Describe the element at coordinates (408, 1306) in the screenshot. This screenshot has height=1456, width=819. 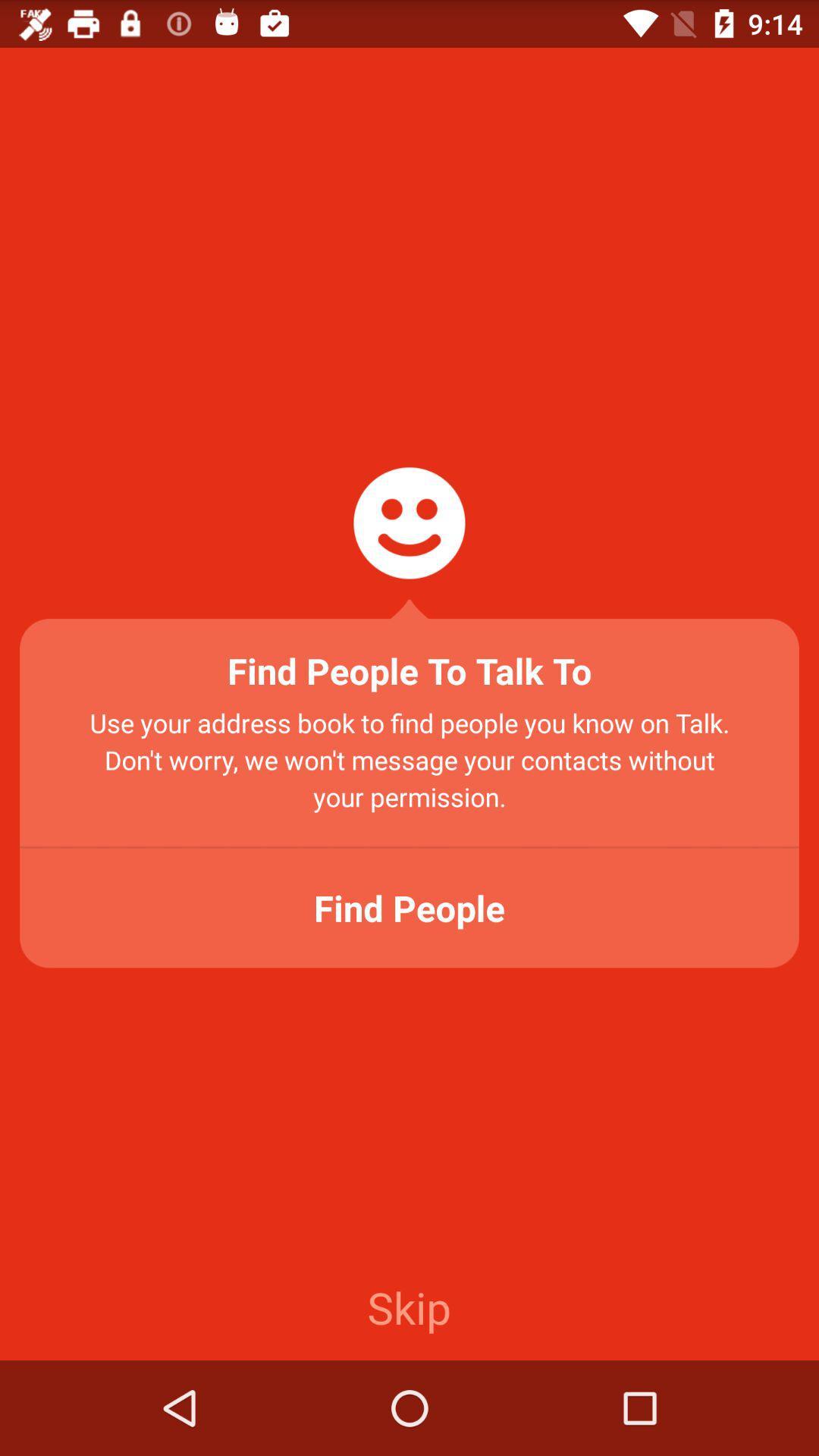
I see `the item at the bottom` at that location.